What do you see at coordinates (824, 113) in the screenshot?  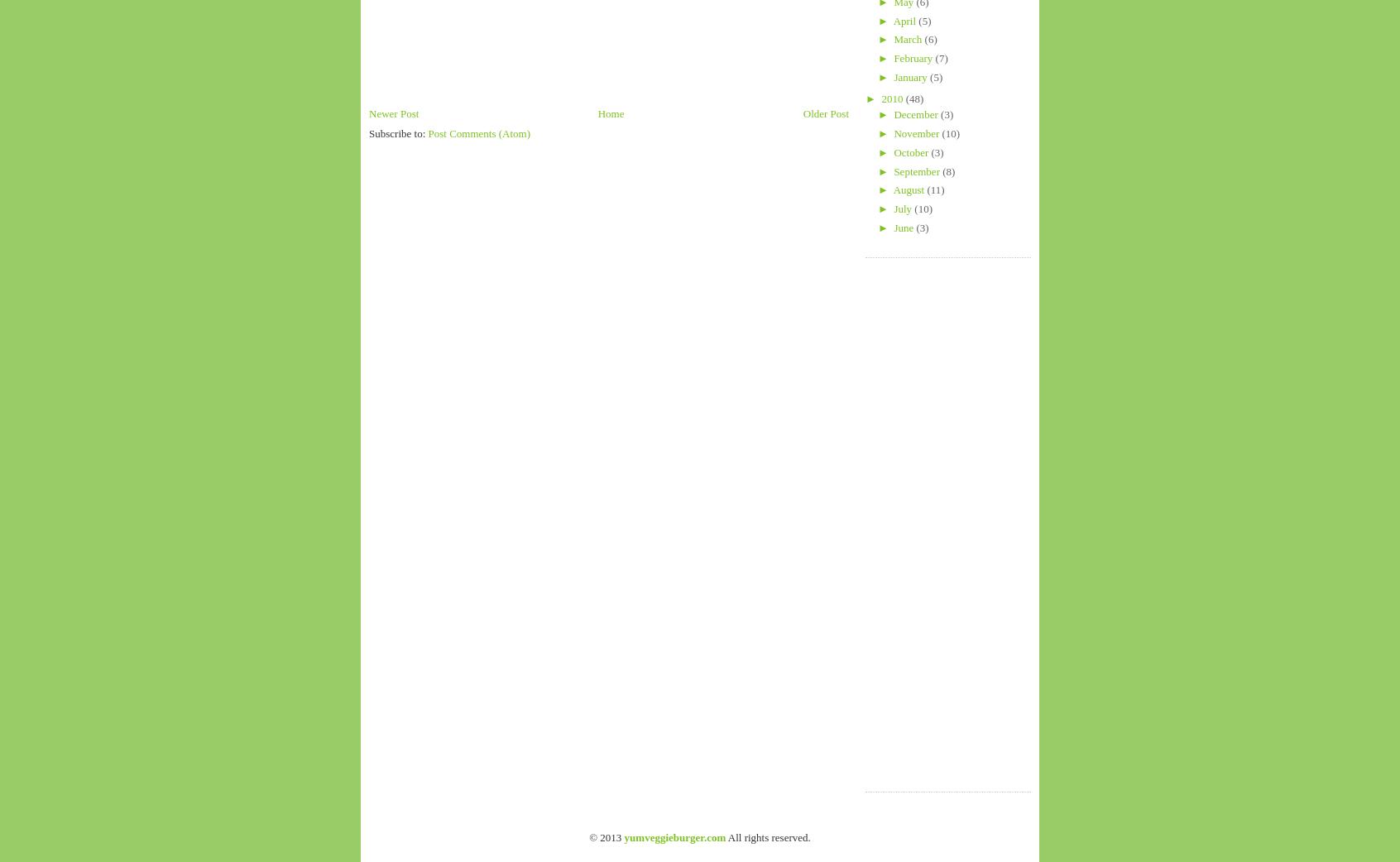 I see `'Older Post'` at bounding box center [824, 113].